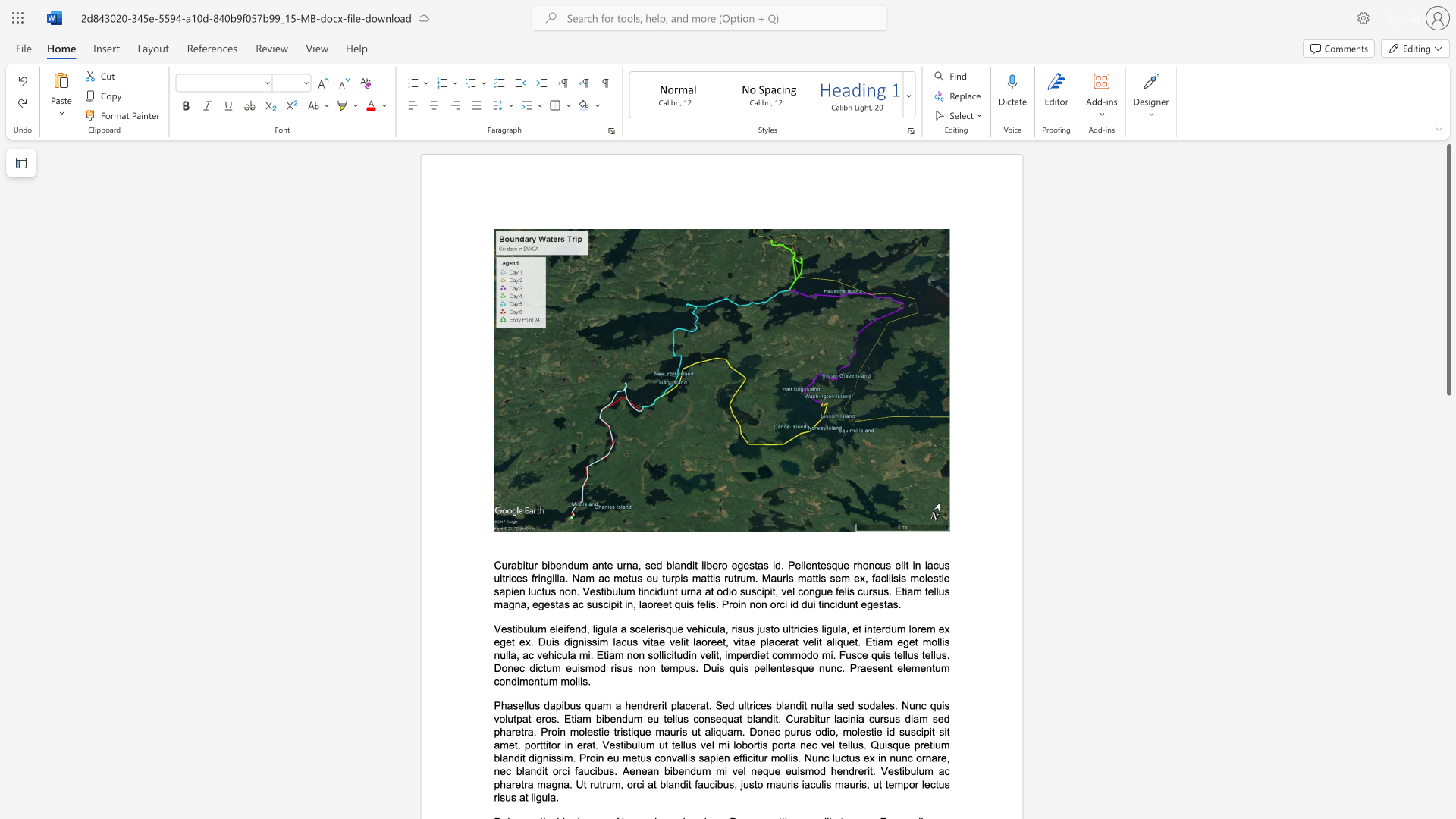 Image resolution: width=1456 pixels, height=819 pixels. Describe the element at coordinates (506, 642) in the screenshot. I see `the subset text "et ex. Duis dignissim lacus vitae velit laoreet, vitae placerat velit aliquet. Etiam eget mollis nulla, ac vehicula mi. Etiam non sollicitudin velit, imperdiet commodo mi. Fusce quis tellus tell" within the text "Vestibulum eleifend, ligula a scelerisque vehicula, risus justo ultricies ligula, et interdum lorem ex eget ex. Duis dignissim lacus vitae velit laoreet, vitae placerat velit aliquet. Etiam eget mollis nulla, ac vehicula mi. Etiam non sollicitudin velit, imperdiet commodo mi. Fusce quis tellus tellus. Donec dictum euismod risus non tempus. Duis quis pellentesque nunc. Praesent elementum condimentum mollis."` at that location.